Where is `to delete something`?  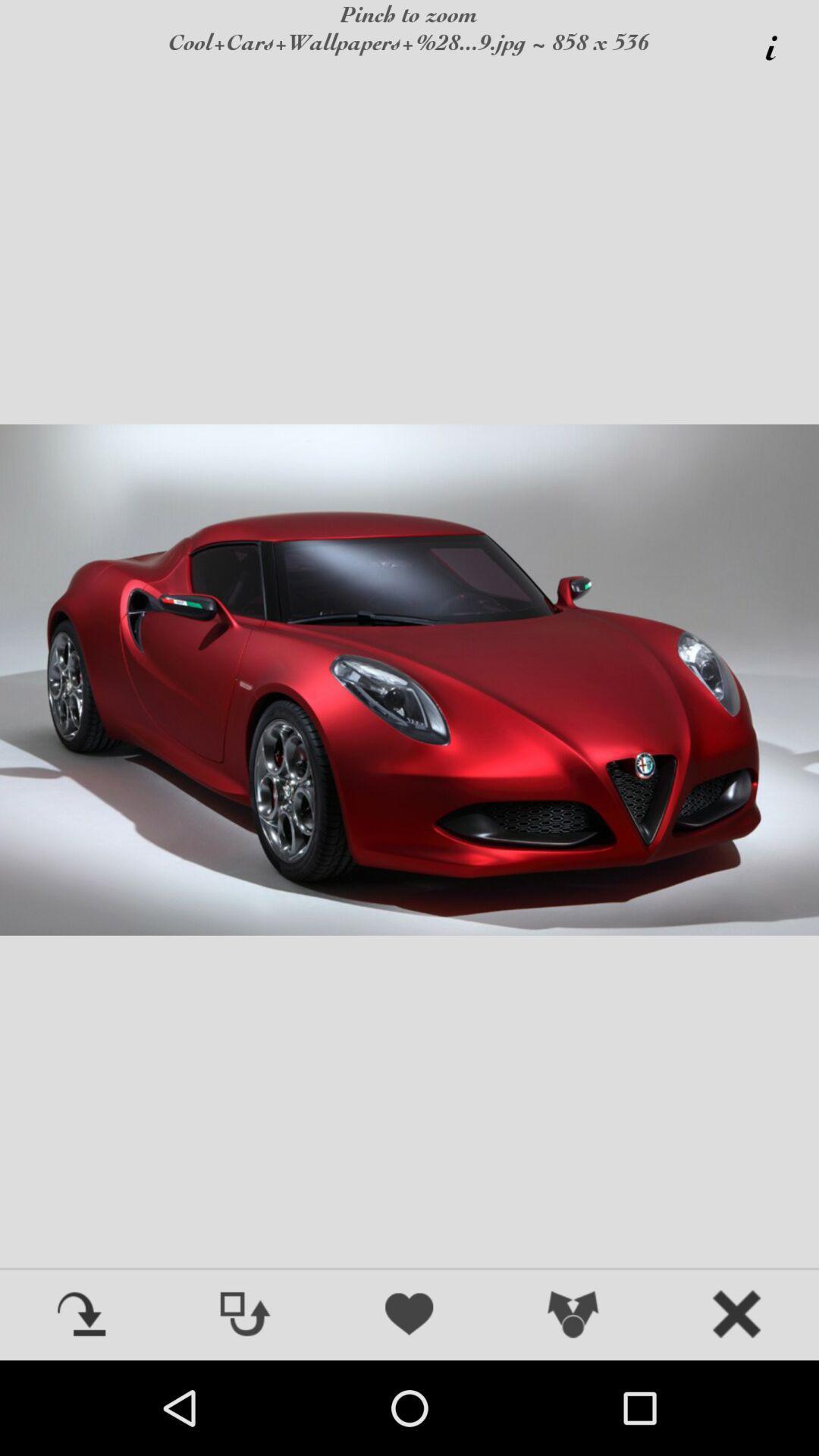
to delete something is located at coordinates (736, 1315).